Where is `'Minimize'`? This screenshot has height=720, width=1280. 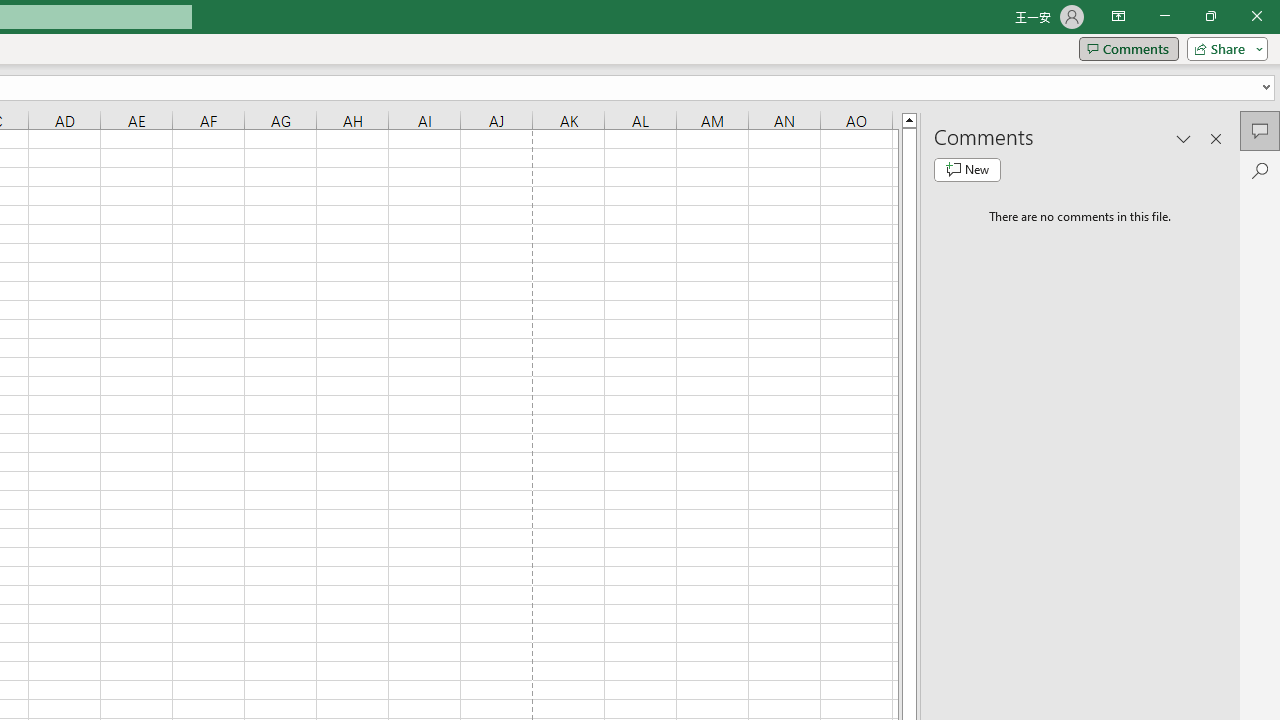
'Minimize' is located at coordinates (1164, 16).